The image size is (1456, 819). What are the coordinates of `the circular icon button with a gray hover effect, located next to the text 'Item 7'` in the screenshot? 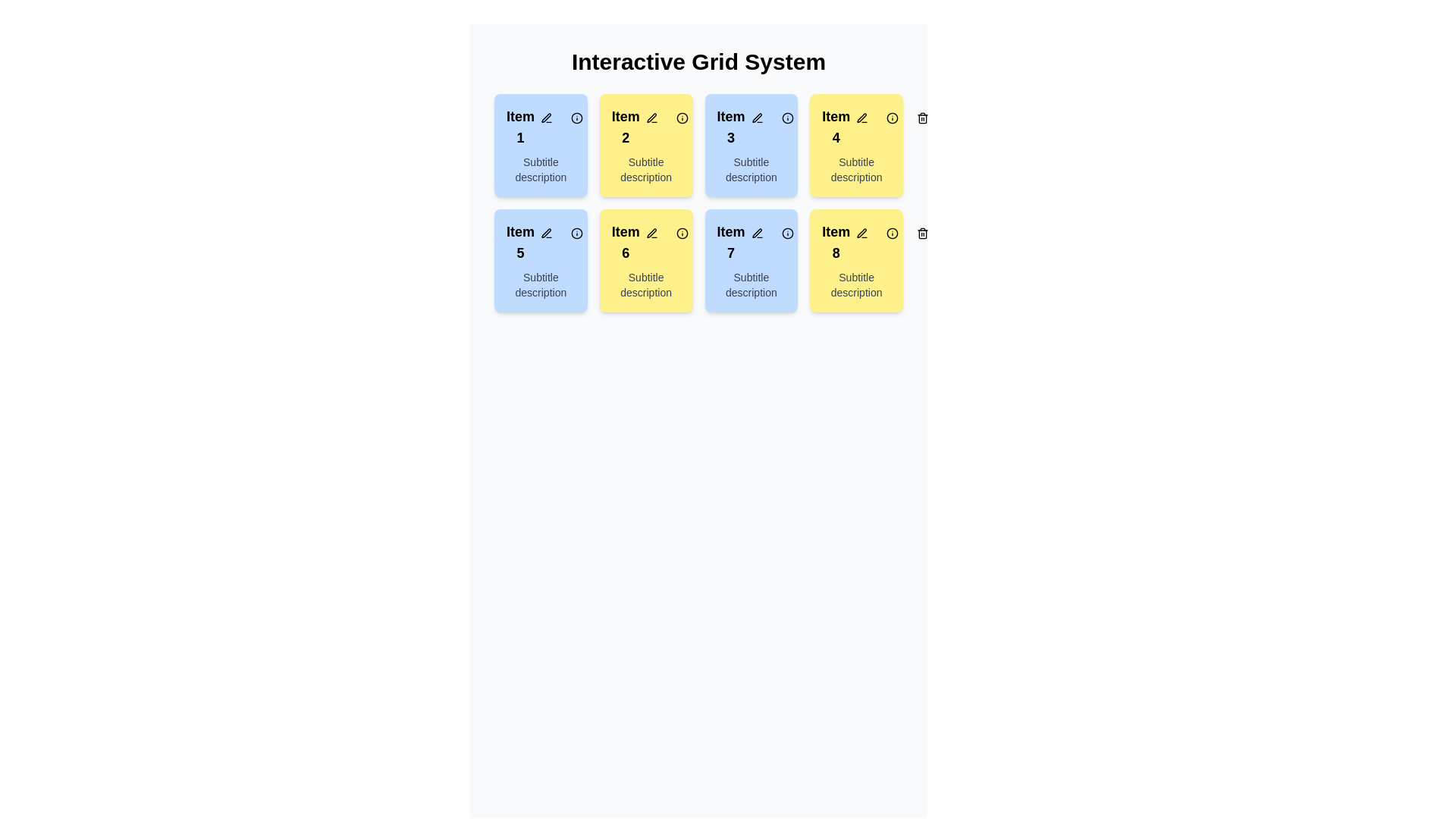 It's located at (787, 234).